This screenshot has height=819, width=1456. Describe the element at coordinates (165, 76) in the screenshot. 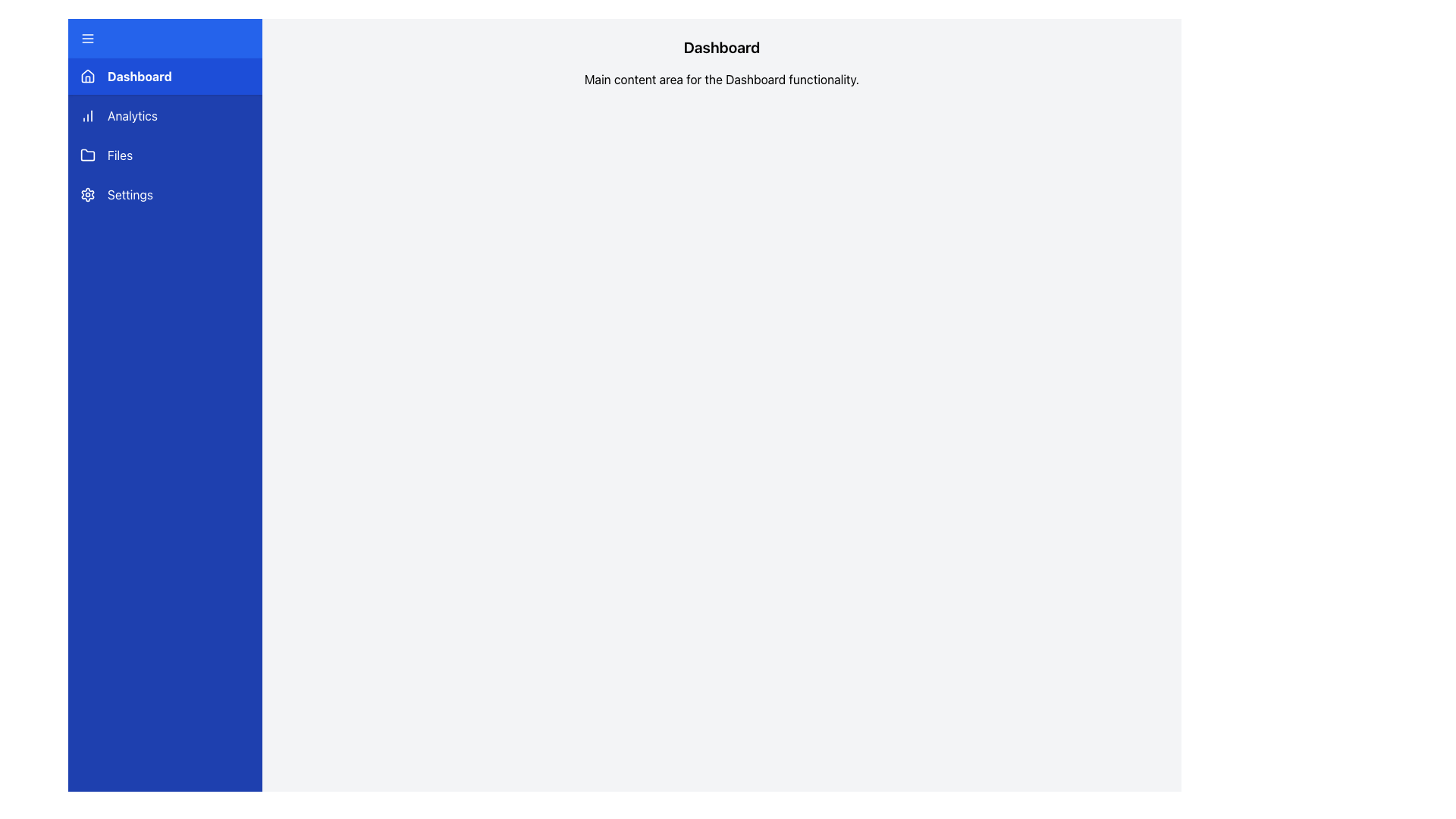

I see `the first menu item in the vertically stacked sidebar menu` at that location.